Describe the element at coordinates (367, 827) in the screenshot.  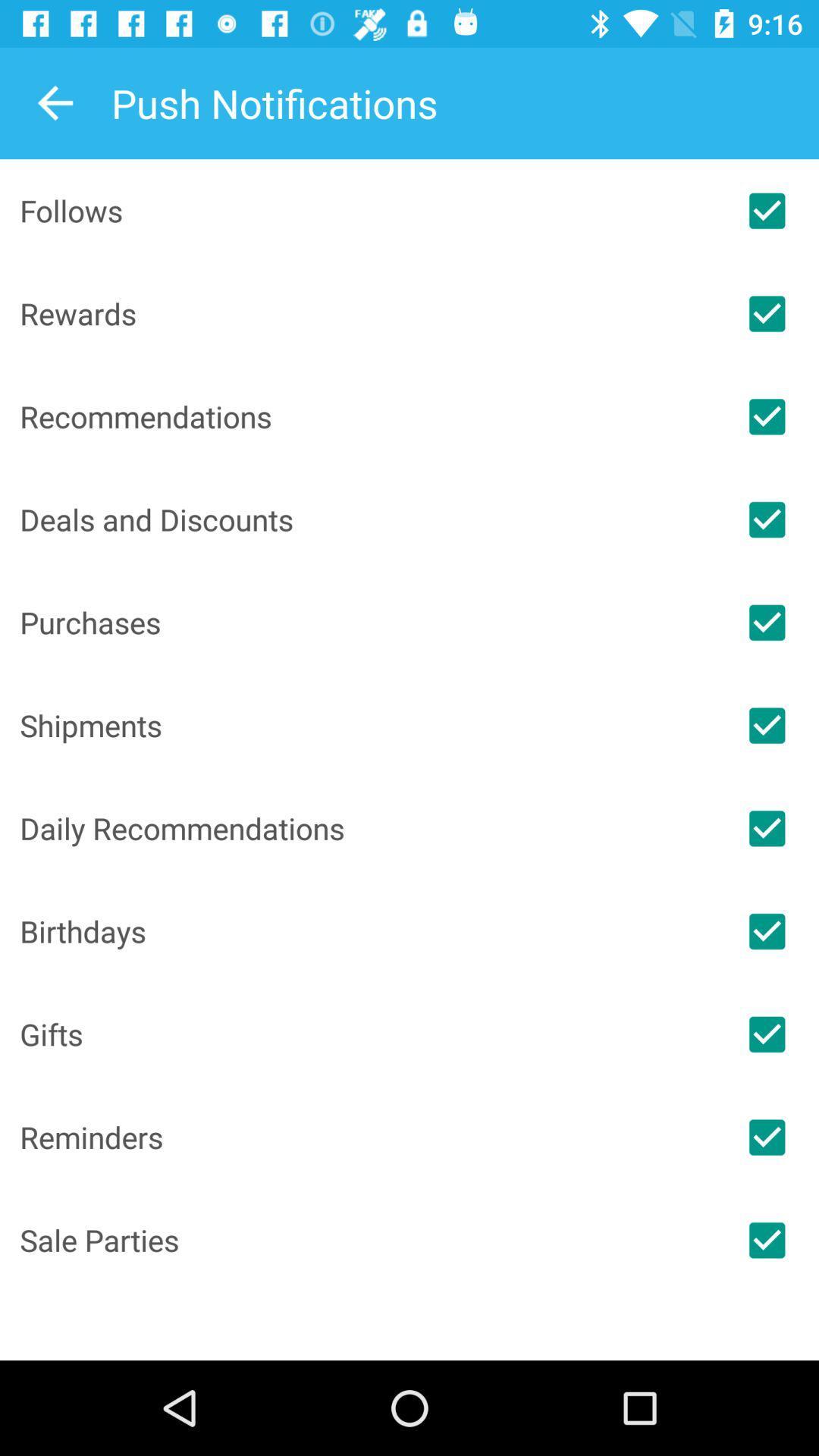
I see `item above the birthdays item` at that location.